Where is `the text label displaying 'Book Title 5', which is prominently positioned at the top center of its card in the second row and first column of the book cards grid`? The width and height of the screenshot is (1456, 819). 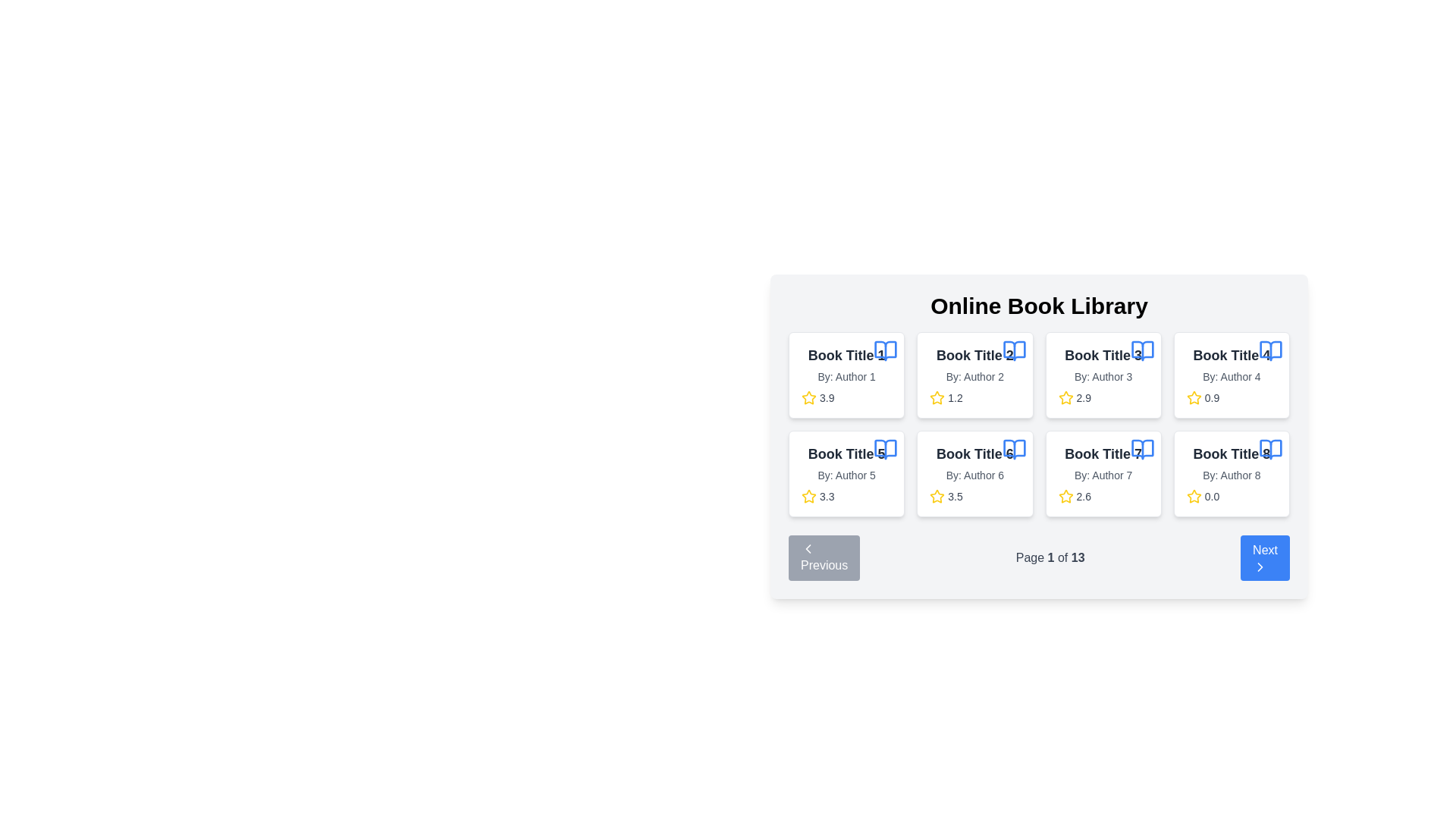
the text label displaying 'Book Title 5', which is prominently positioned at the top center of its card in the second row and first column of the book cards grid is located at coordinates (846, 453).